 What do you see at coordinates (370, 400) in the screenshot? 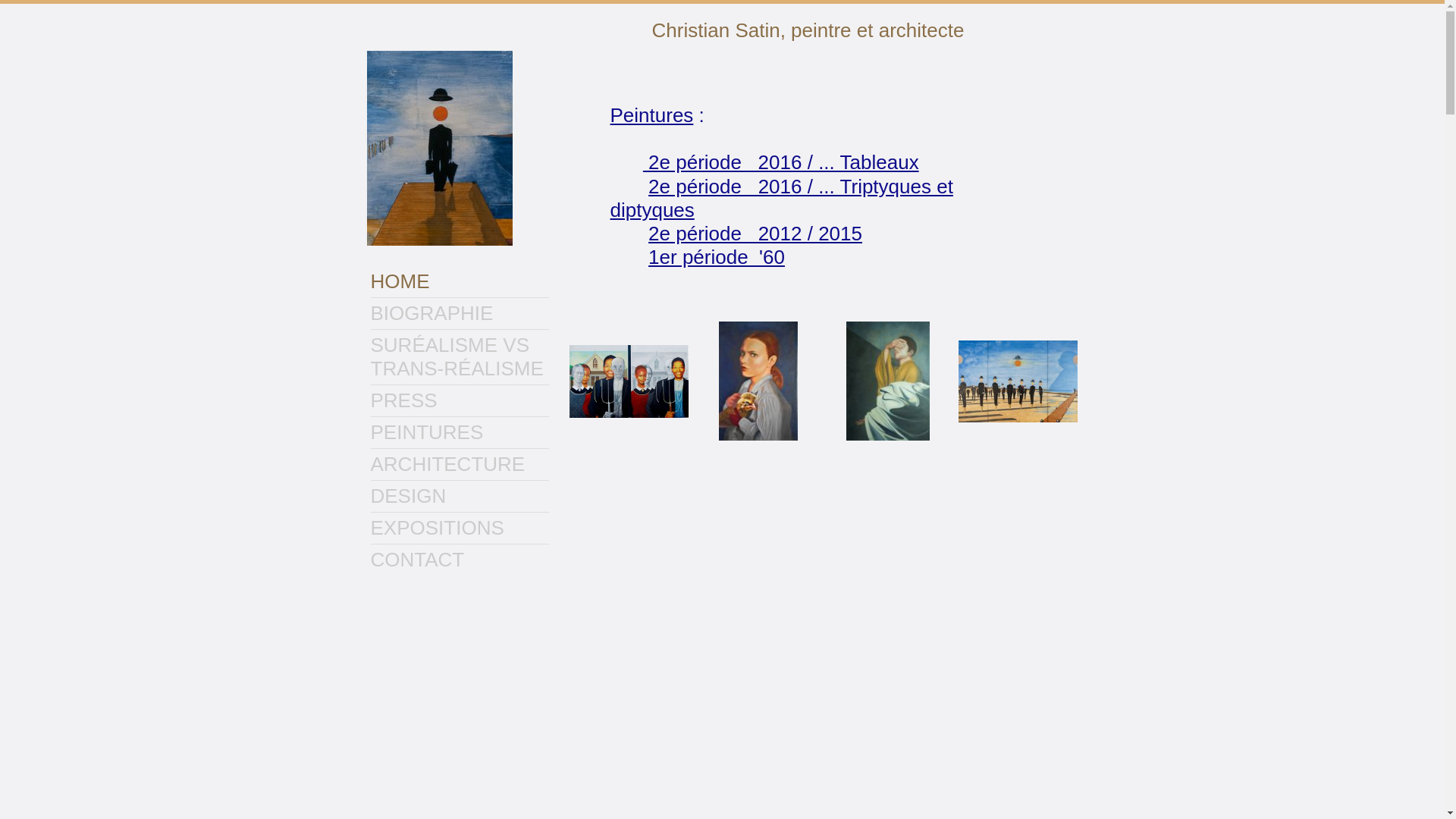
I see `'PRESS'` at bounding box center [370, 400].